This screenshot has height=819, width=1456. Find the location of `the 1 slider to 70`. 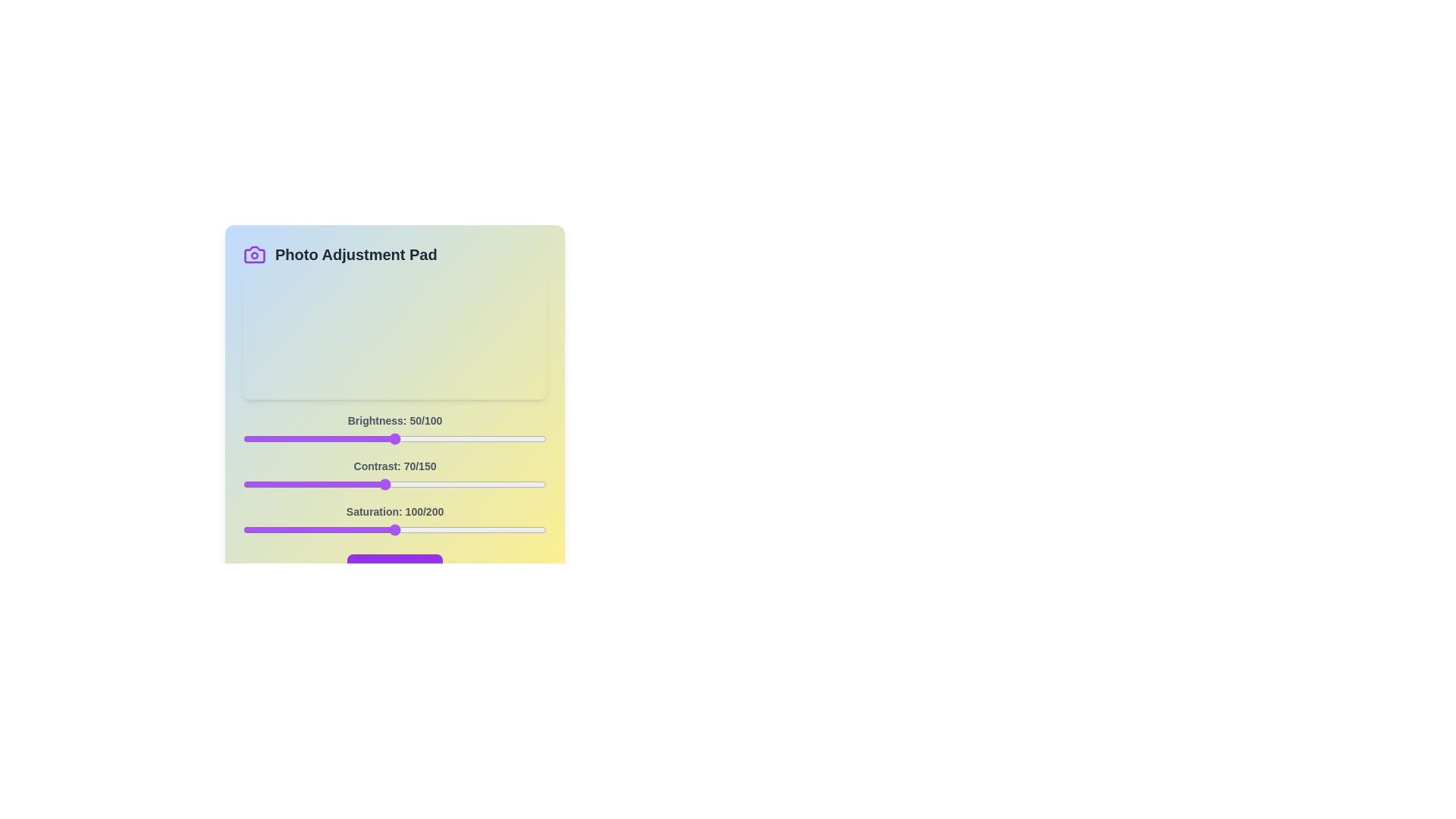

the 1 slider to 70 is located at coordinates (384, 485).